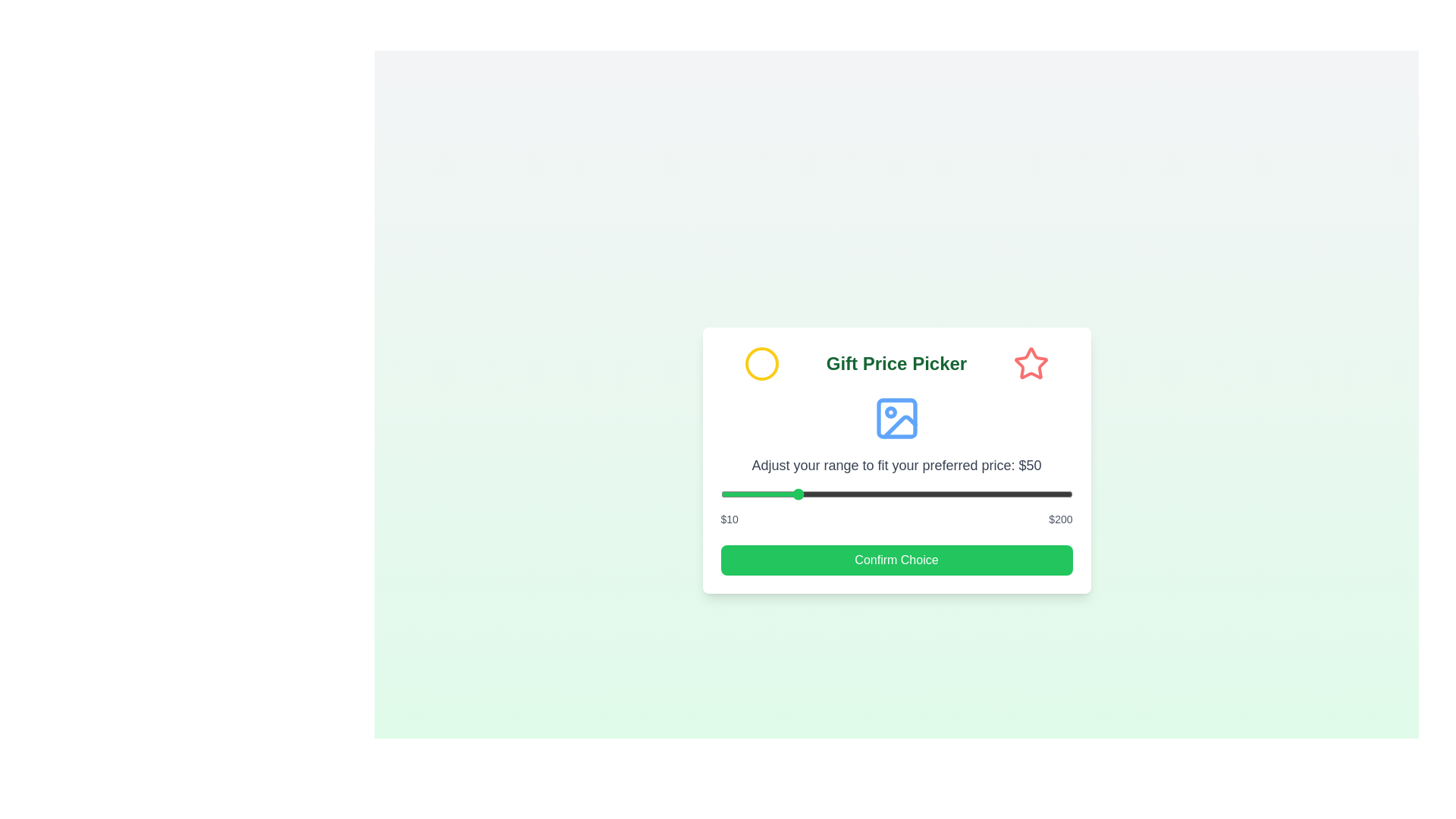  I want to click on the price range slider to 154 dollars, so click(987, 494).